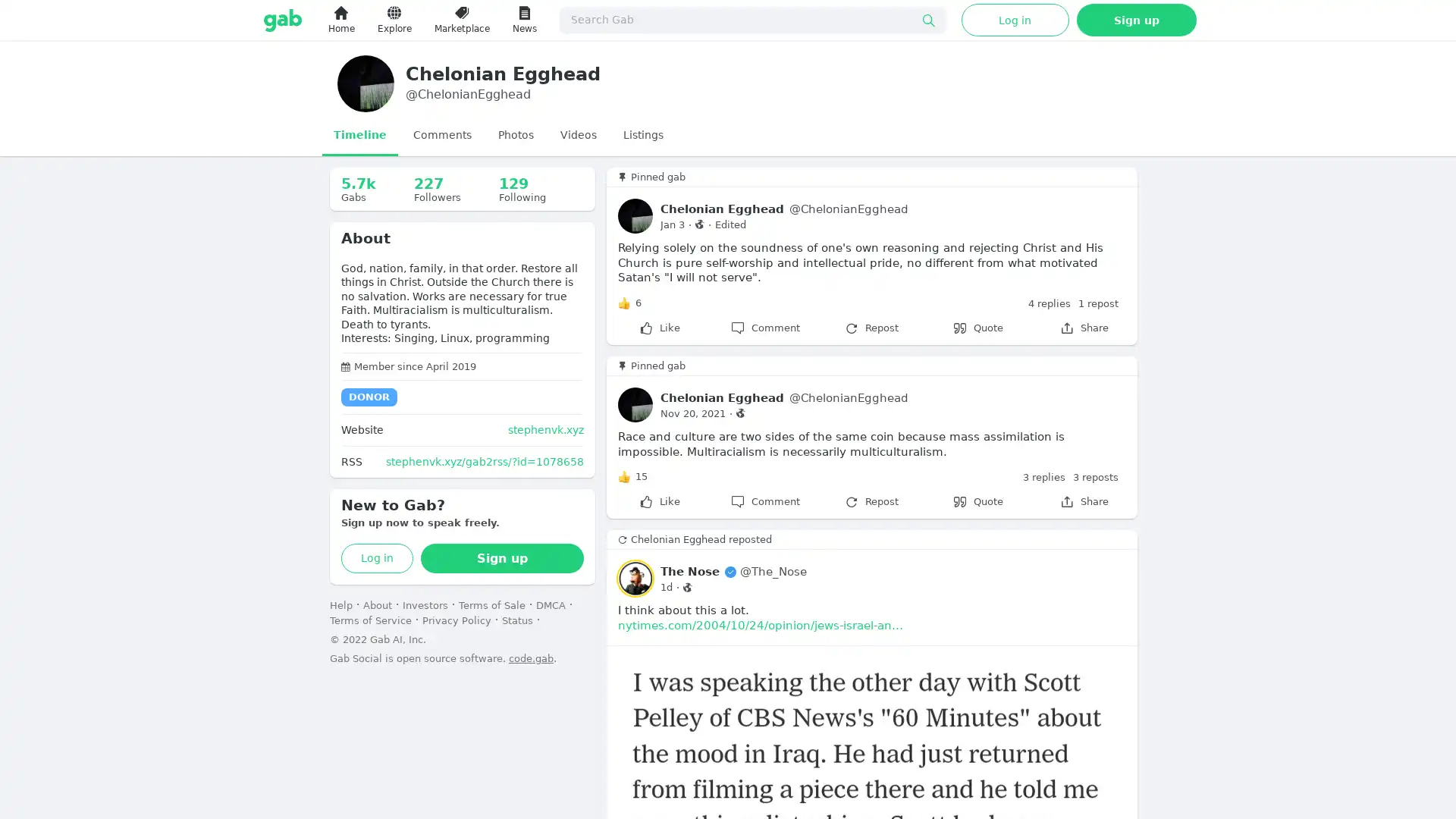 This screenshot has height=819, width=1456. What do you see at coordinates (632, 475) in the screenshot?
I see `Like 15` at bounding box center [632, 475].